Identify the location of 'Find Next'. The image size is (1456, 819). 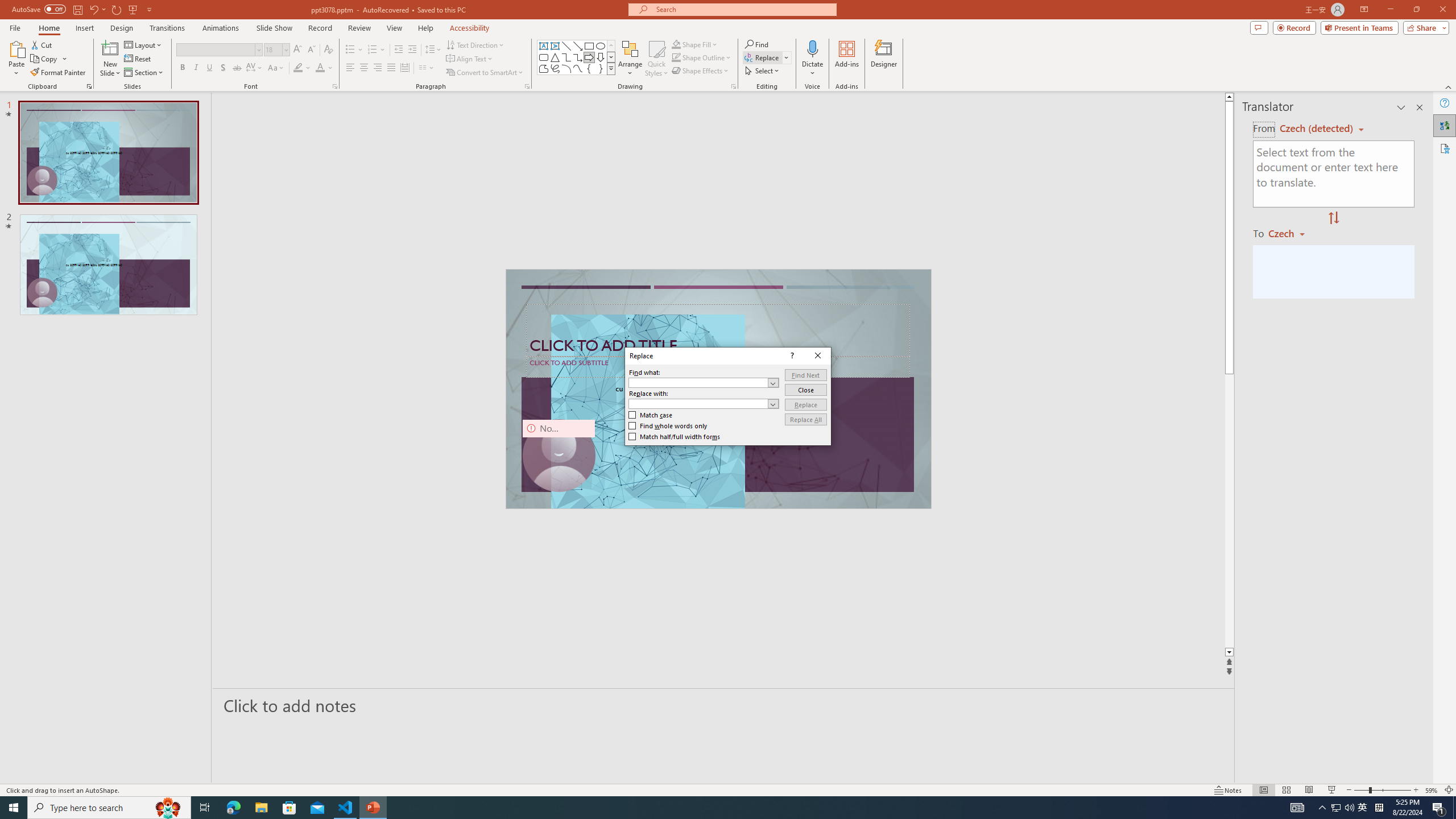
(805, 374).